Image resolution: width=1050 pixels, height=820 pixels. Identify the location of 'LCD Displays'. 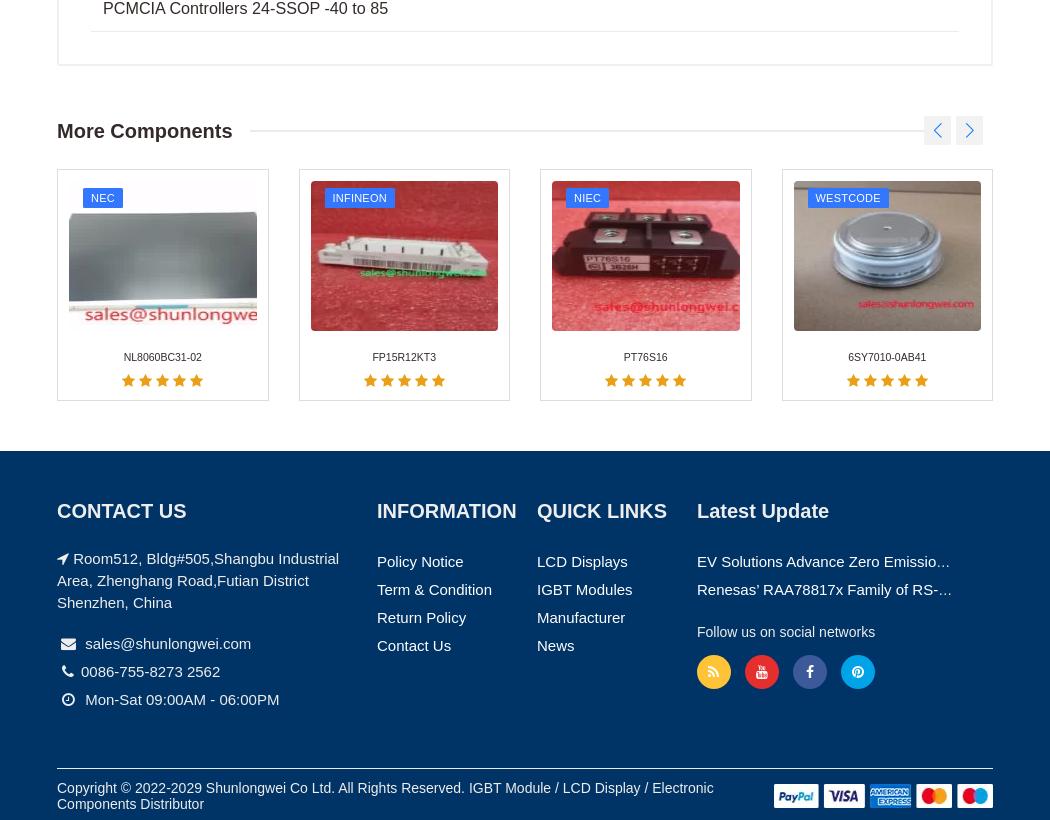
(580, 131).